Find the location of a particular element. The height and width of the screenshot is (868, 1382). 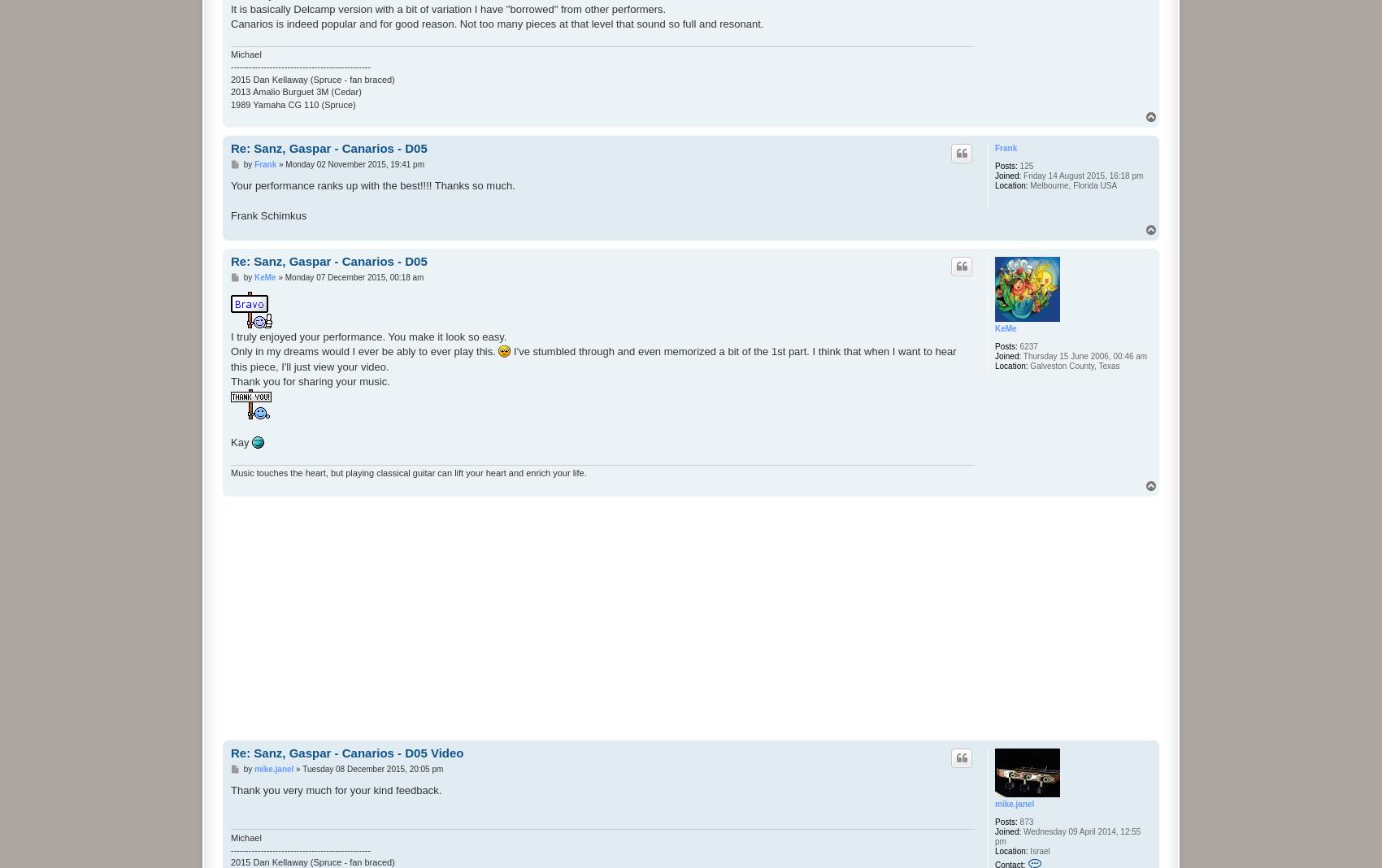

'Kay' is located at coordinates (241, 441).